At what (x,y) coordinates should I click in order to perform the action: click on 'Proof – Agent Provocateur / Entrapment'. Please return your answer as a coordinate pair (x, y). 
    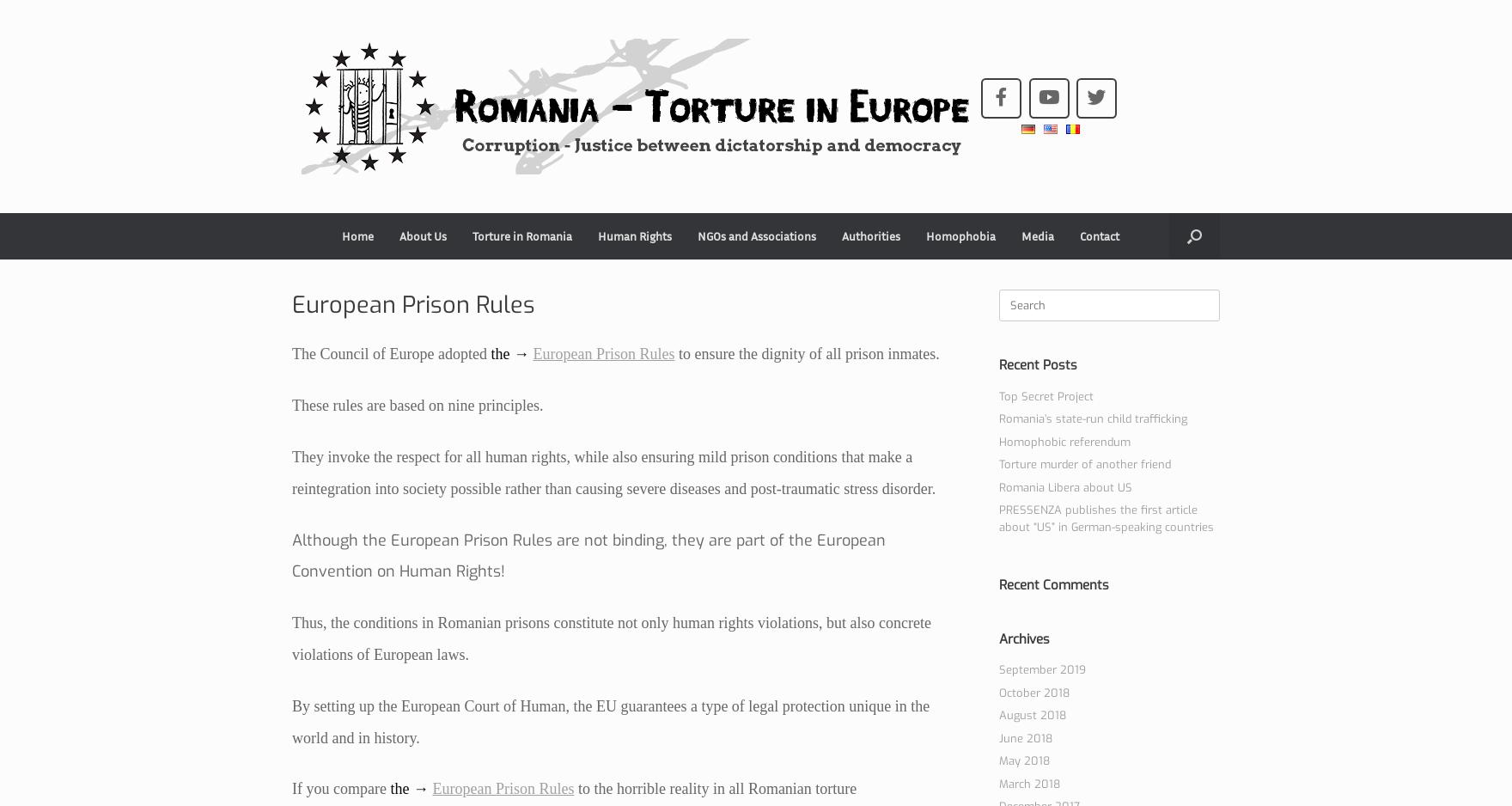
    Looking at the image, I should click on (643, 634).